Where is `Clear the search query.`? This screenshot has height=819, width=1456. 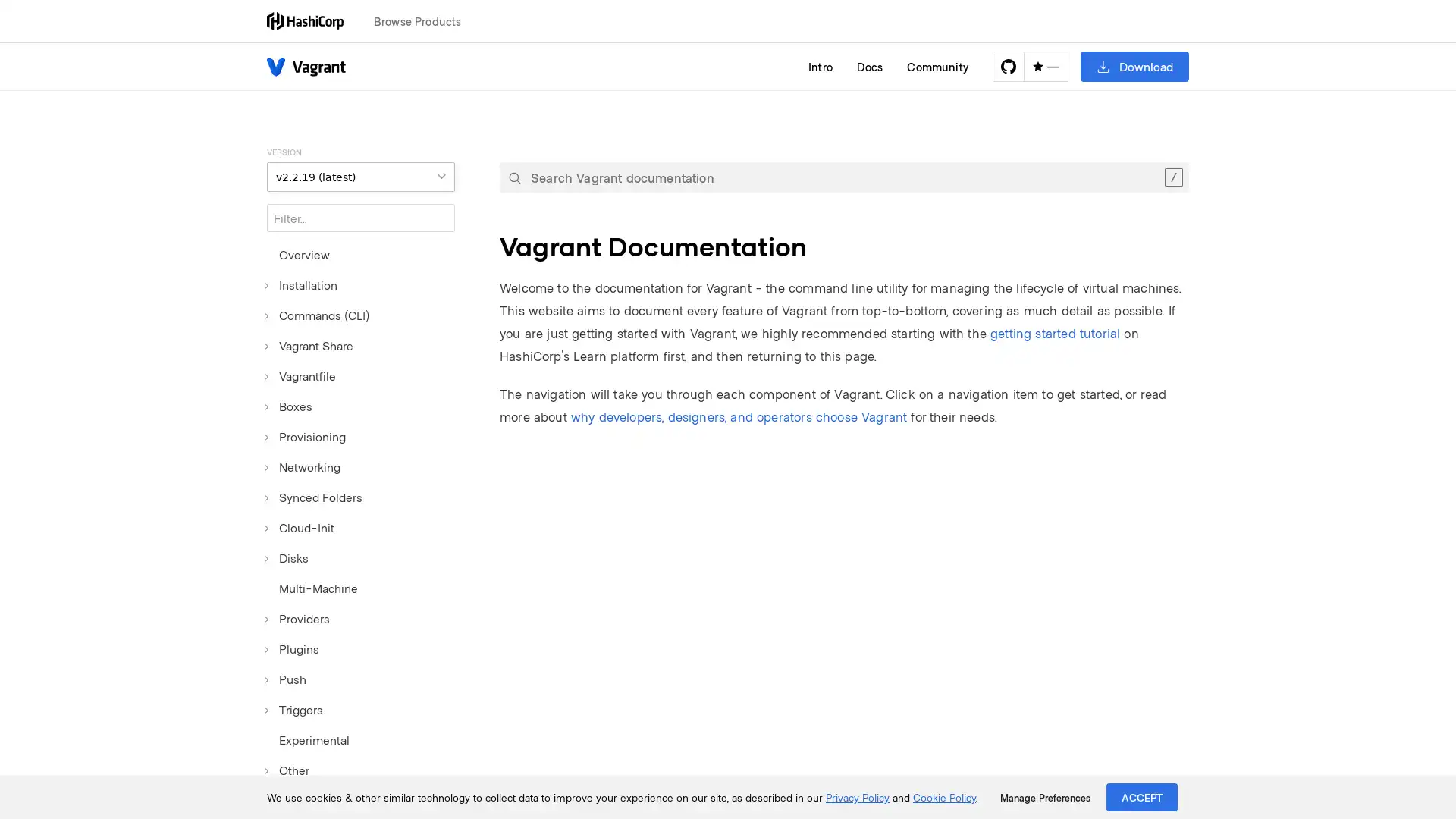 Clear the search query. is located at coordinates (1172, 177).